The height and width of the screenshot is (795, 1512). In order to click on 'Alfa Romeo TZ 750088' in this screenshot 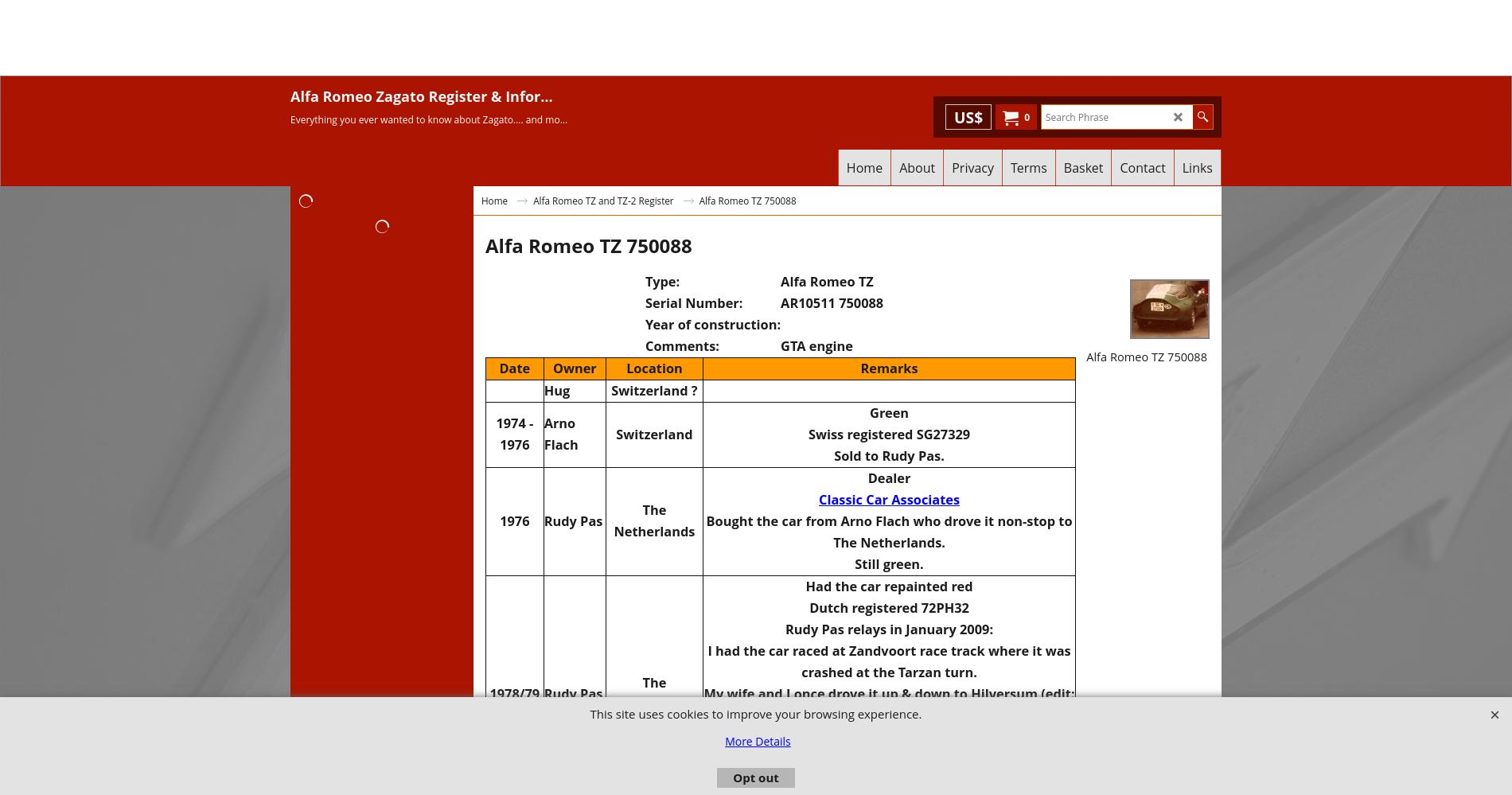, I will do `click(746, 201)`.